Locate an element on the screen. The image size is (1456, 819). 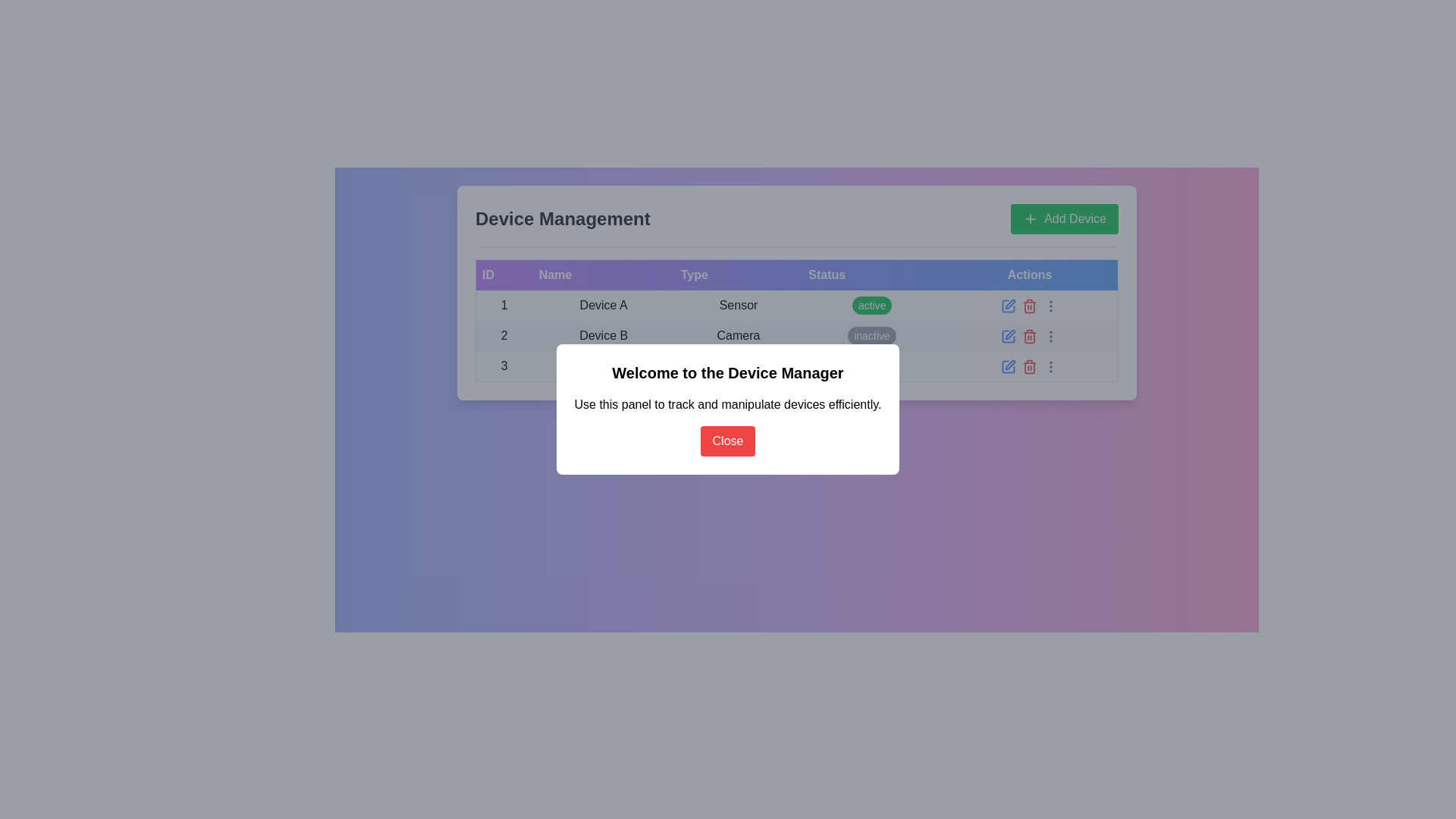
SVG icon located in the top-right corner of the 'Add Device' button, which symbolizes the addition functionality is located at coordinates (1031, 219).